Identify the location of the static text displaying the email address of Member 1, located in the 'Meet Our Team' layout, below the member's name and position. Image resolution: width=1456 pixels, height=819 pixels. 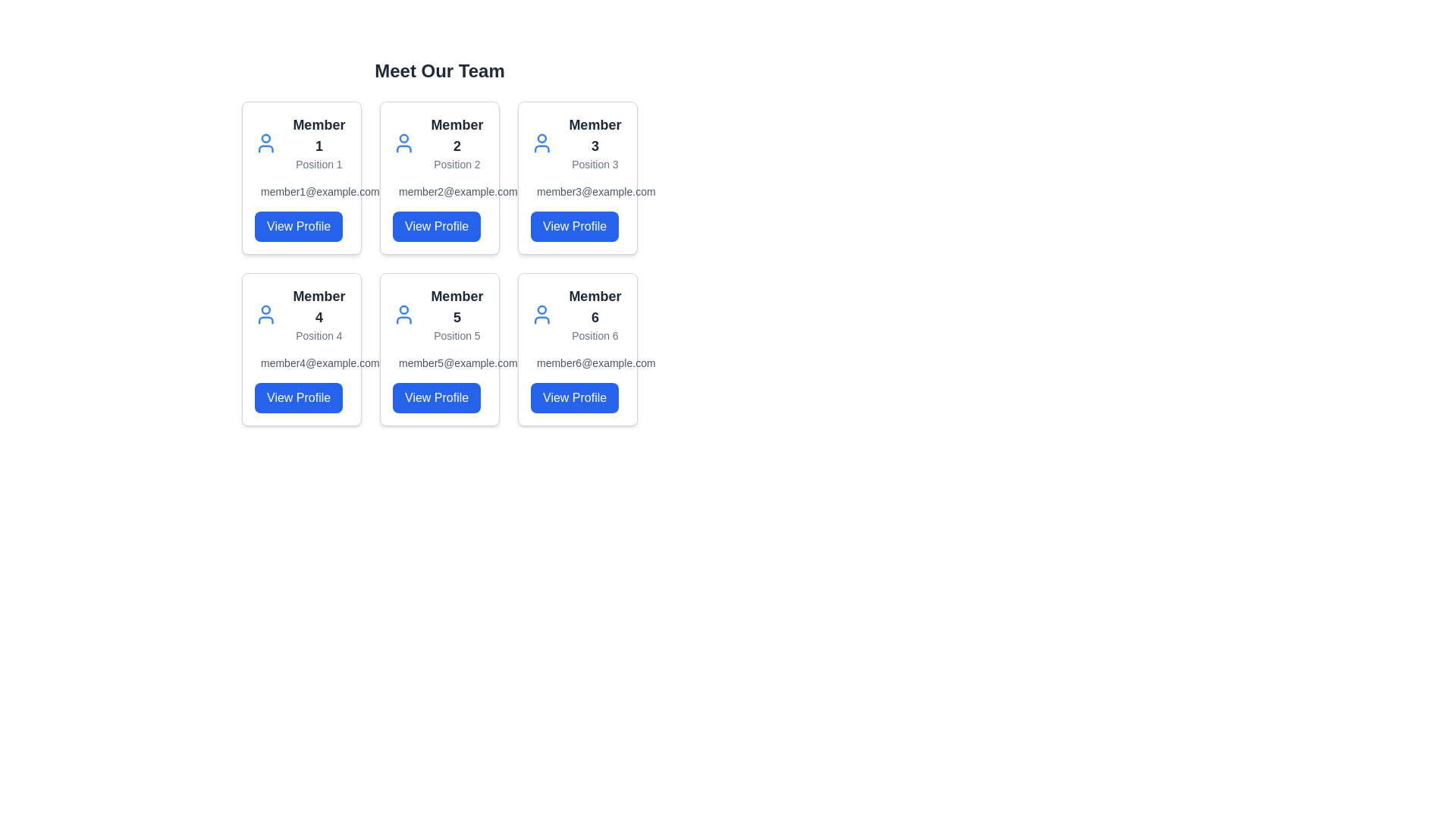
(302, 191).